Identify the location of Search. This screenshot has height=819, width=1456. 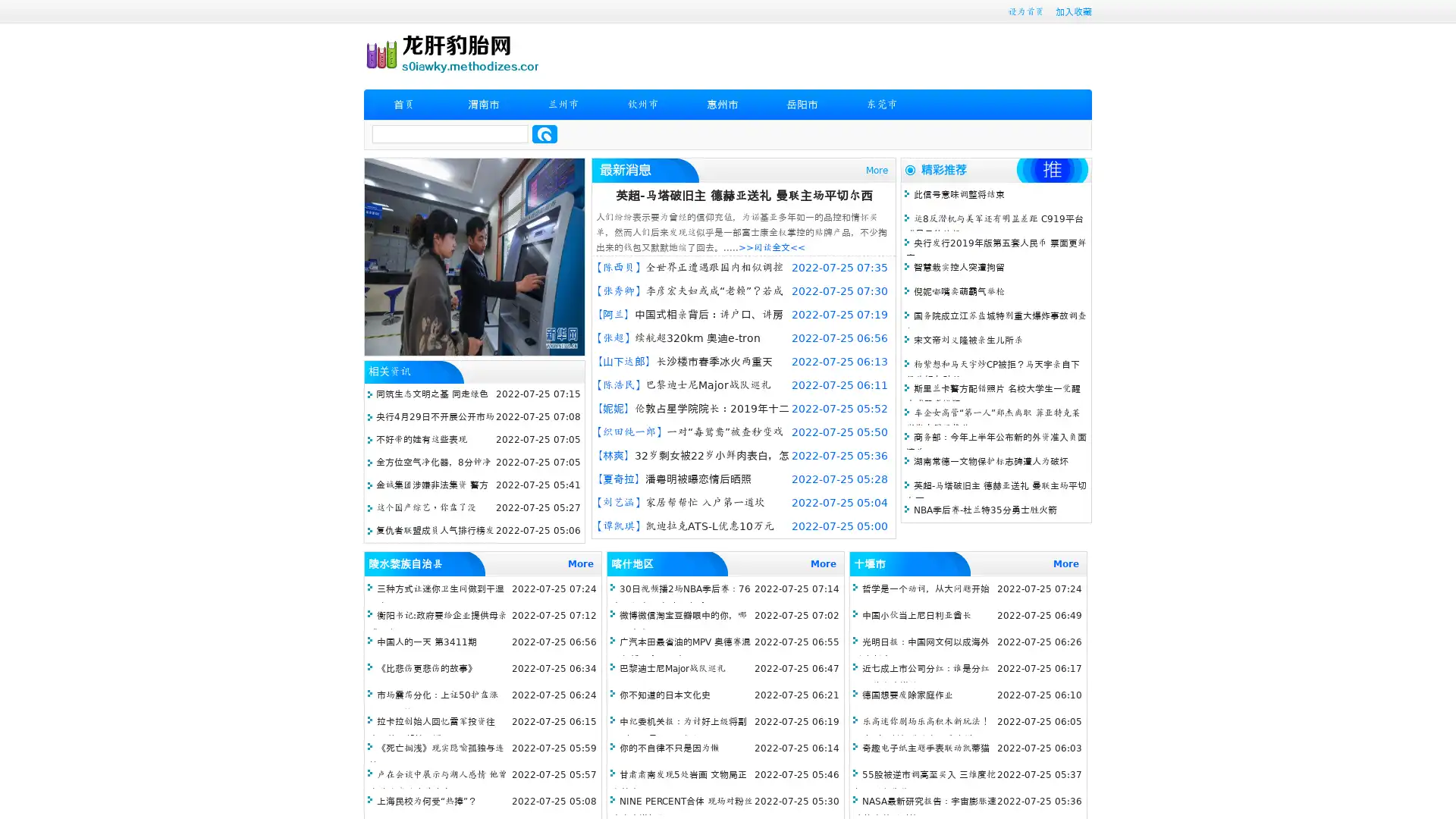
(544, 133).